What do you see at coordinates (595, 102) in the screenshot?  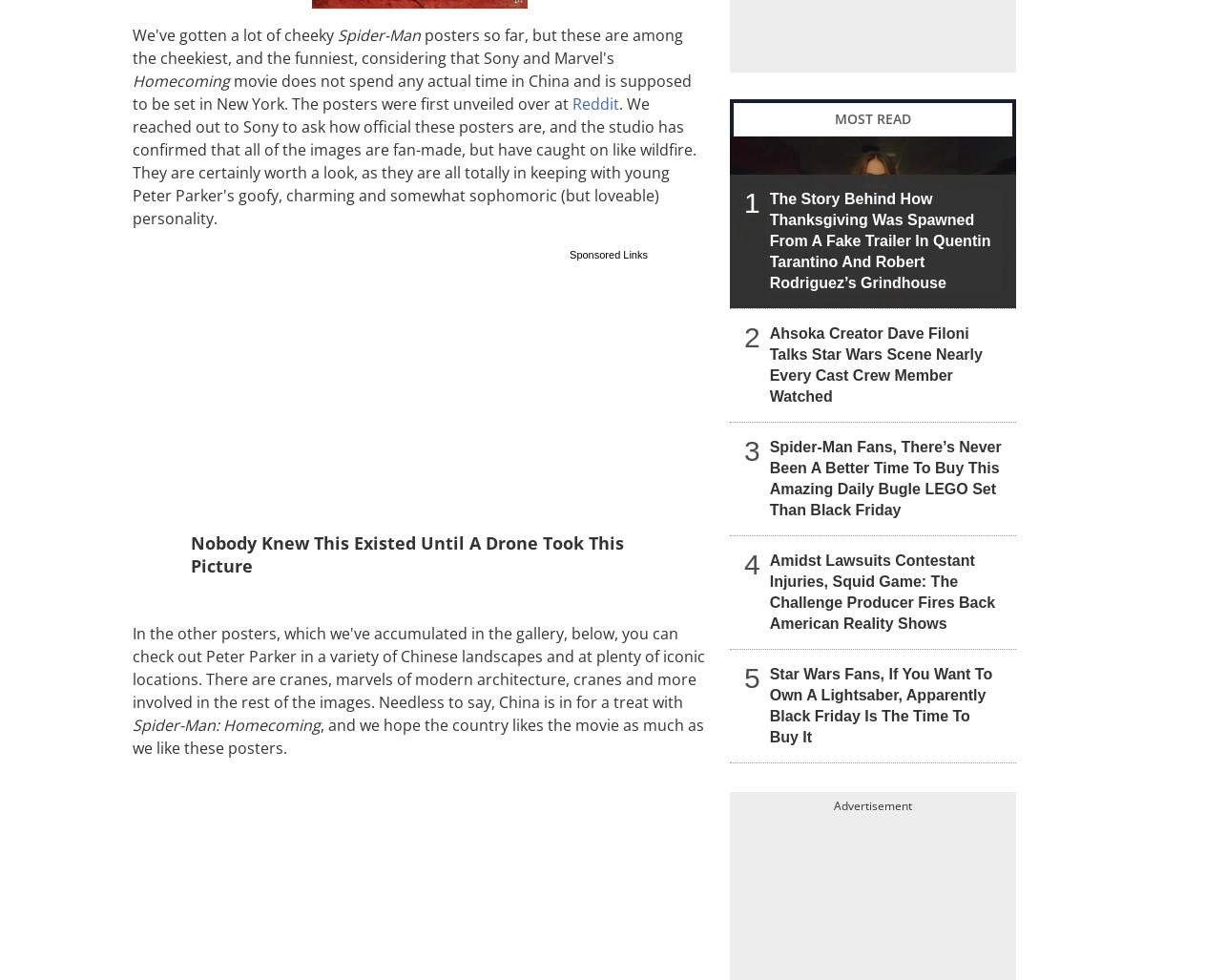 I see `'Reddit'` at bounding box center [595, 102].